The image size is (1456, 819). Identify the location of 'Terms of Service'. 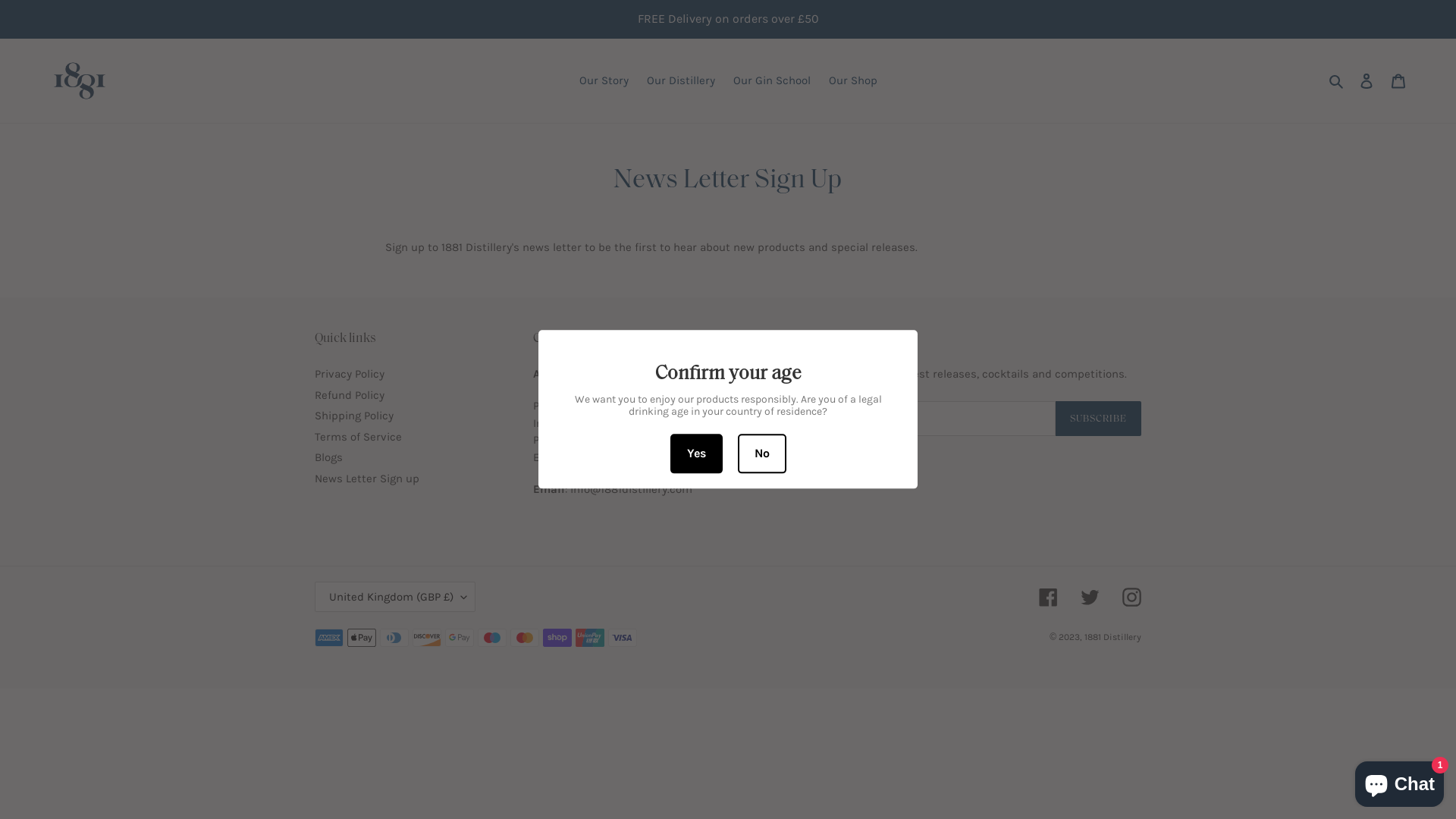
(357, 436).